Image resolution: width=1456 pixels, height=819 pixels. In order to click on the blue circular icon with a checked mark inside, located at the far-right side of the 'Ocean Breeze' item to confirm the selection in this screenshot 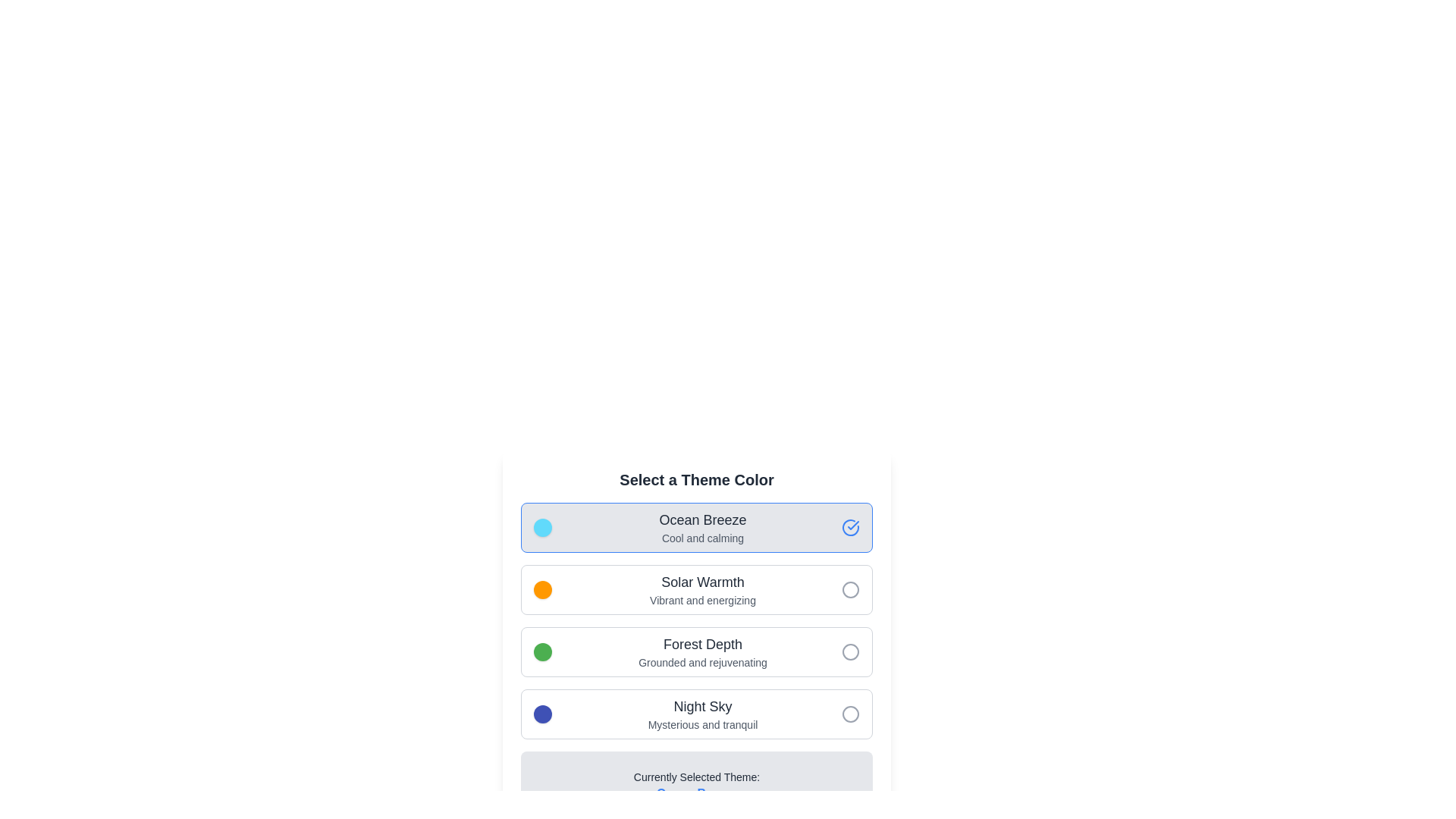, I will do `click(851, 526)`.